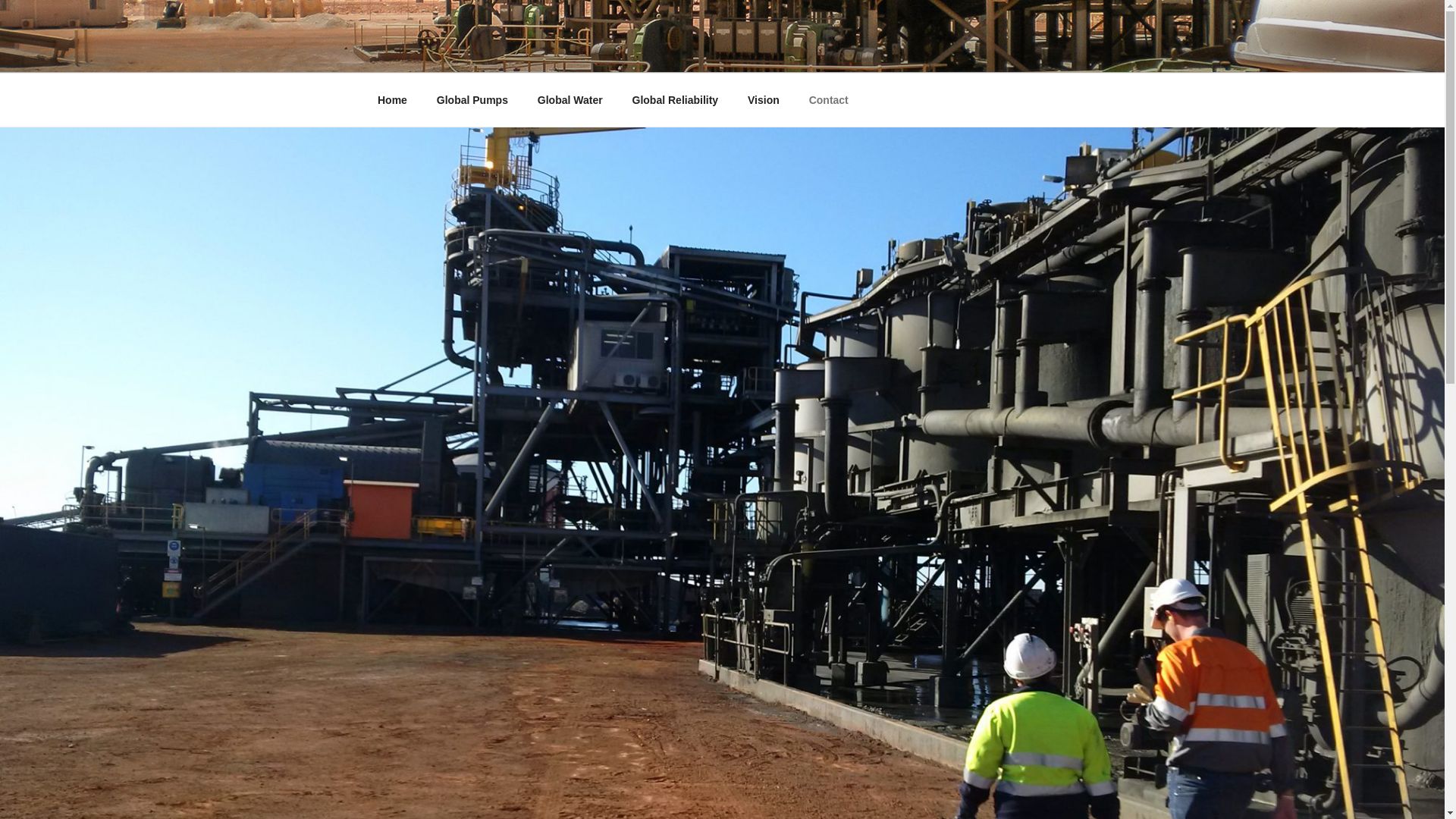 Image resolution: width=1456 pixels, height=819 pixels. What do you see at coordinates (795, 100) in the screenshot?
I see `'Contact'` at bounding box center [795, 100].